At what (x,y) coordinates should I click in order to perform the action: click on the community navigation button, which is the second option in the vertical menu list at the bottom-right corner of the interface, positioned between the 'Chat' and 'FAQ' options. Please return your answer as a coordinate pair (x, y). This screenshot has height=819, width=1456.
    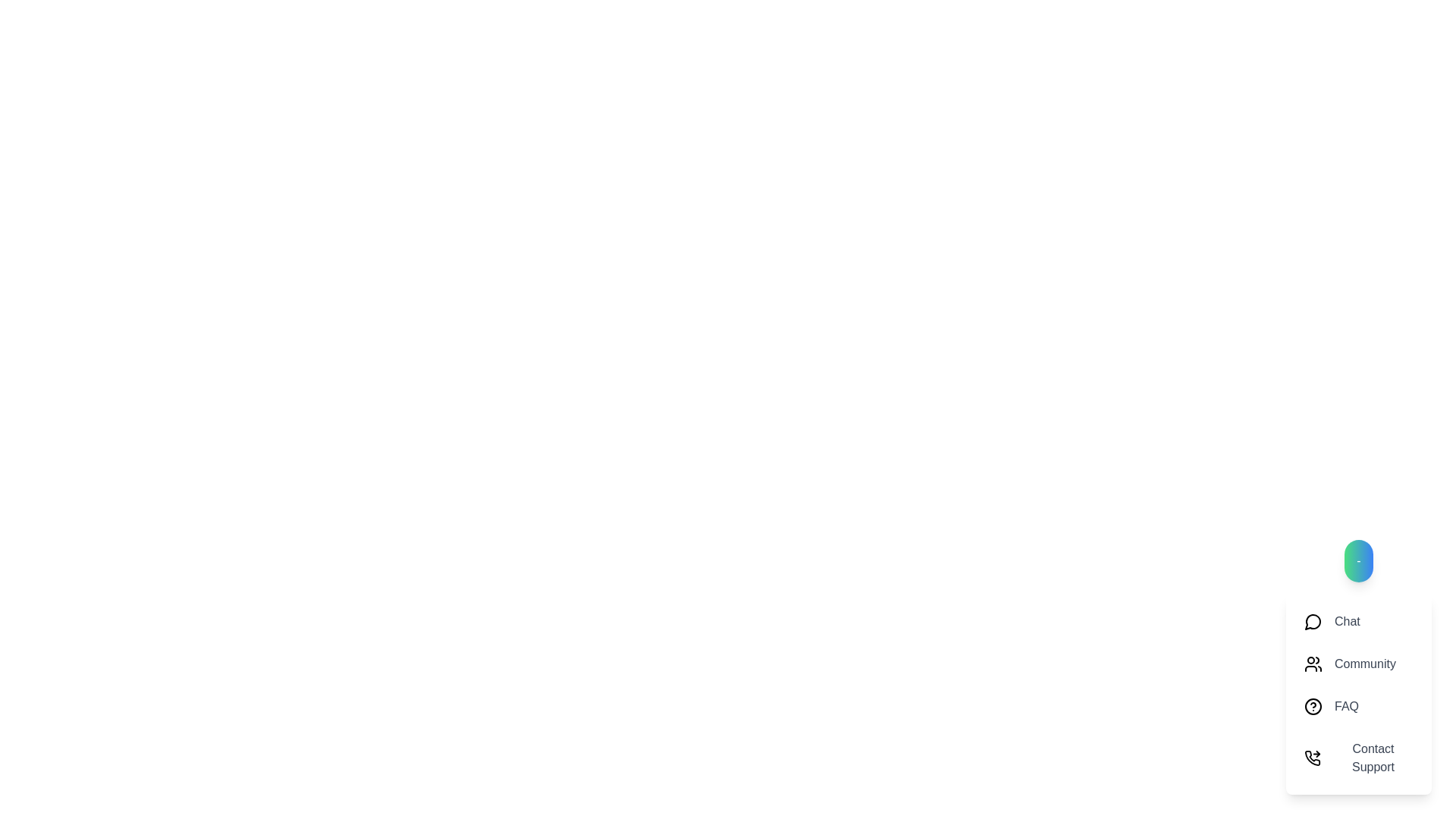
    Looking at the image, I should click on (1358, 666).